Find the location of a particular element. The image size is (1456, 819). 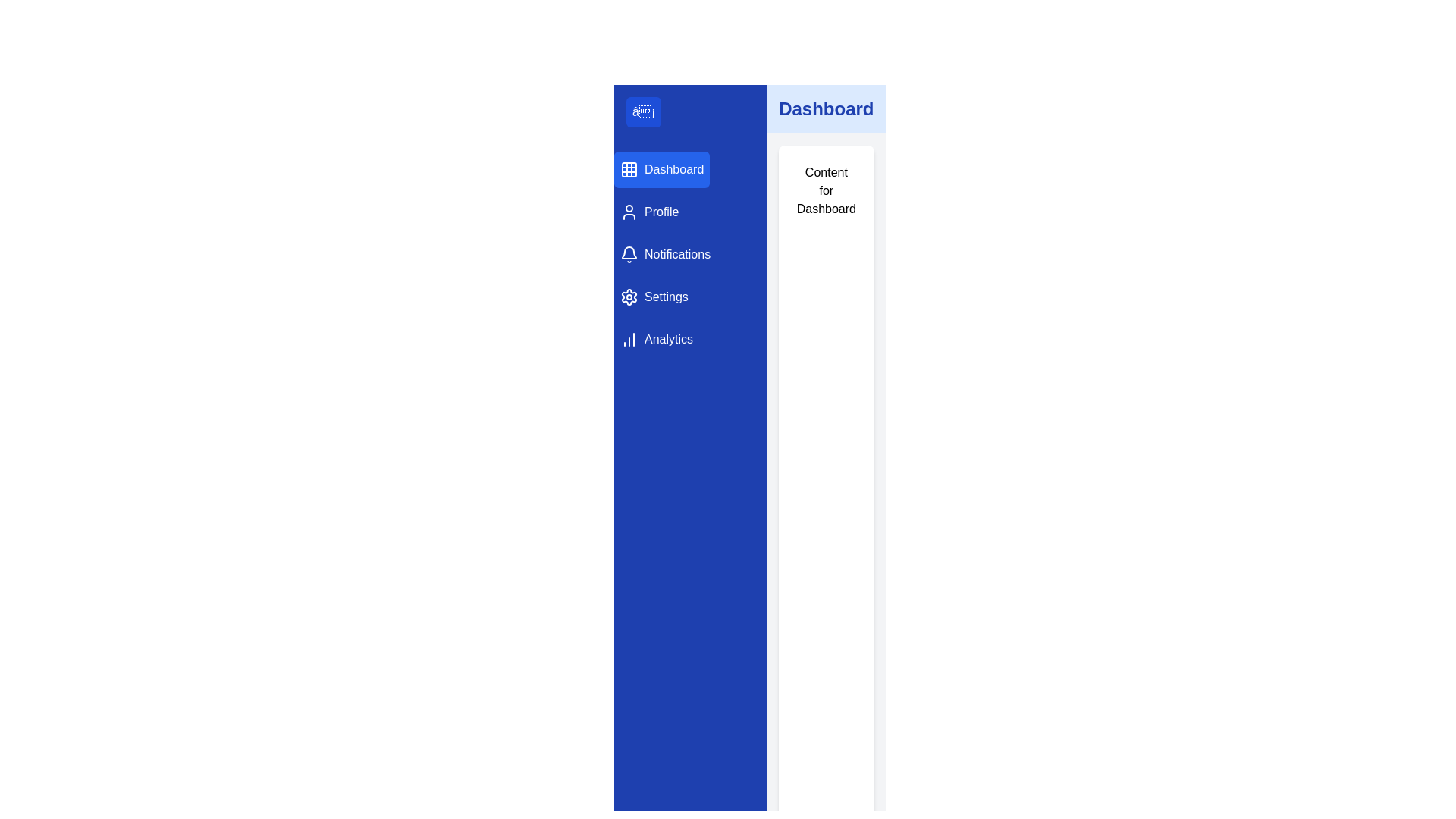

the navigational text label for notifications, which is the third item in the vertical navigation menu, located to the right of the bell icon is located at coordinates (676, 253).